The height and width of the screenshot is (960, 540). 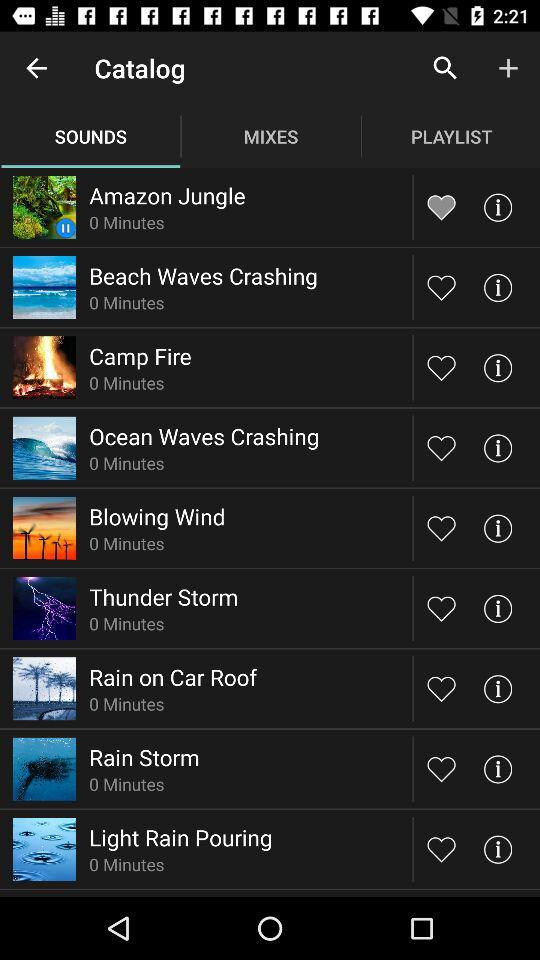 I want to click on press this heart if you love it, so click(x=441, y=286).